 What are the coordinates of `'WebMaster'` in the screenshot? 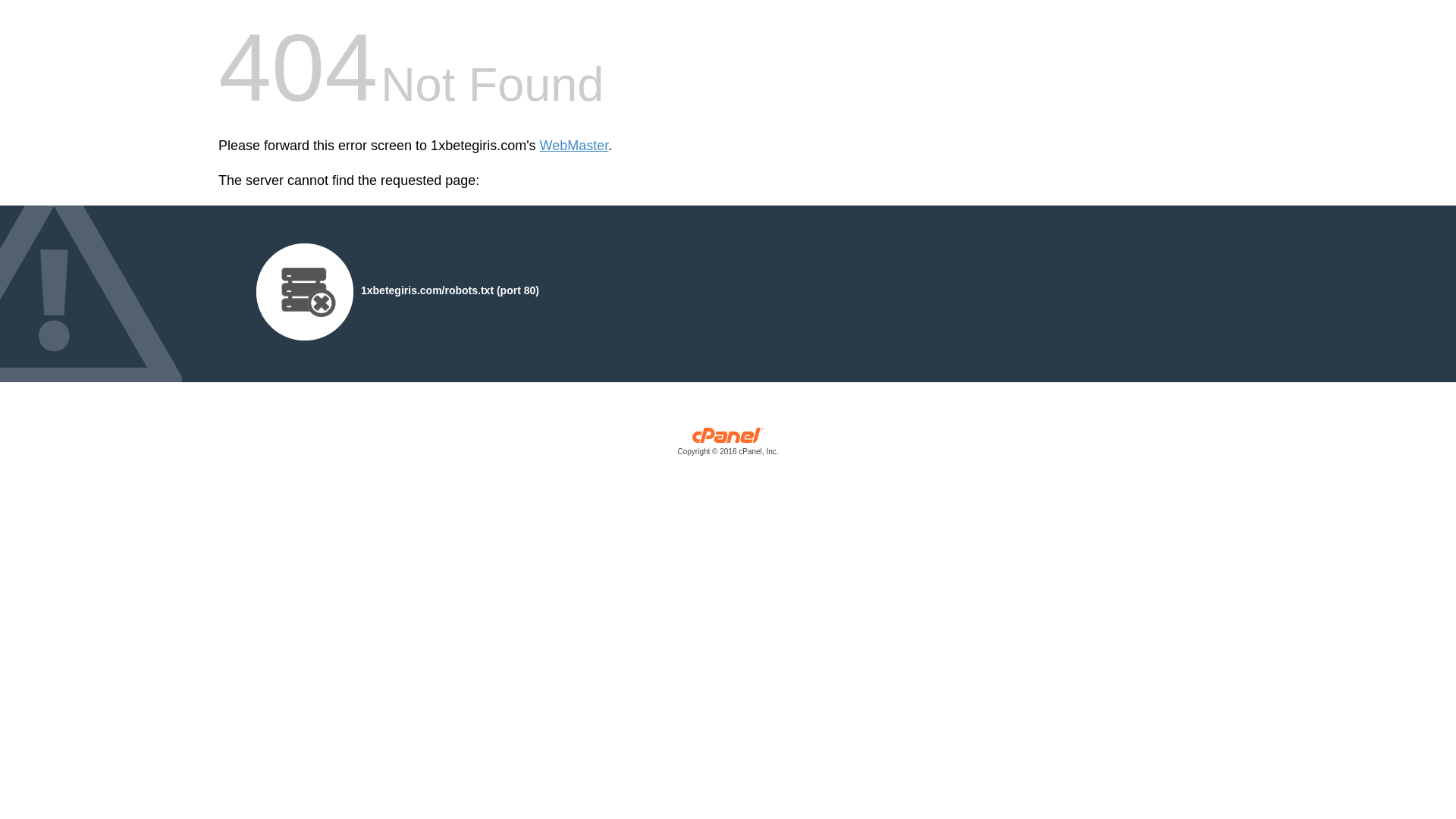 It's located at (573, 146).